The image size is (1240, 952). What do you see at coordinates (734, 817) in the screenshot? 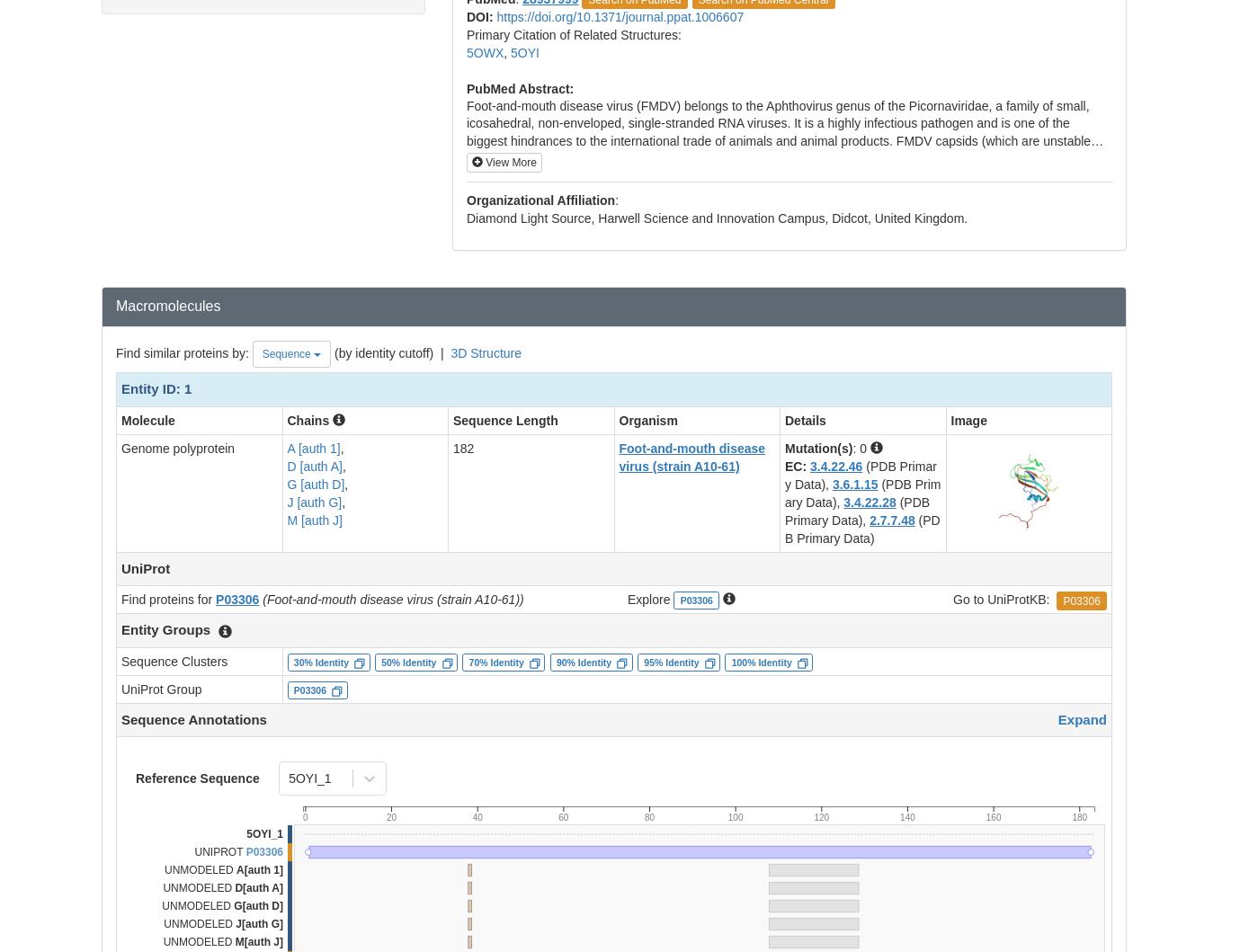
I see `'100'` at bounding box center [734, 817].